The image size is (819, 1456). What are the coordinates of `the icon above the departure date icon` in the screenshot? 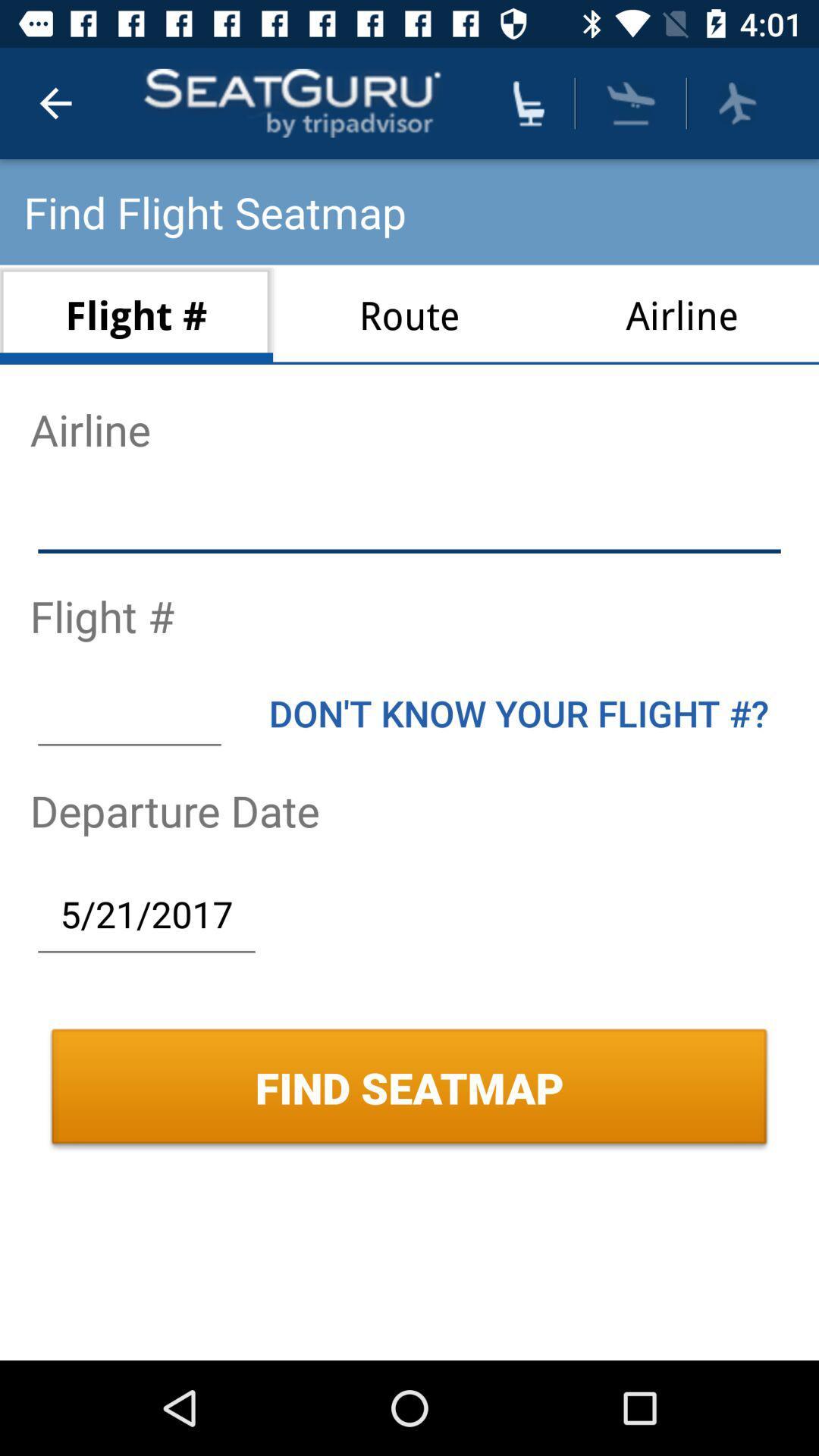 It's located at (518, 712).